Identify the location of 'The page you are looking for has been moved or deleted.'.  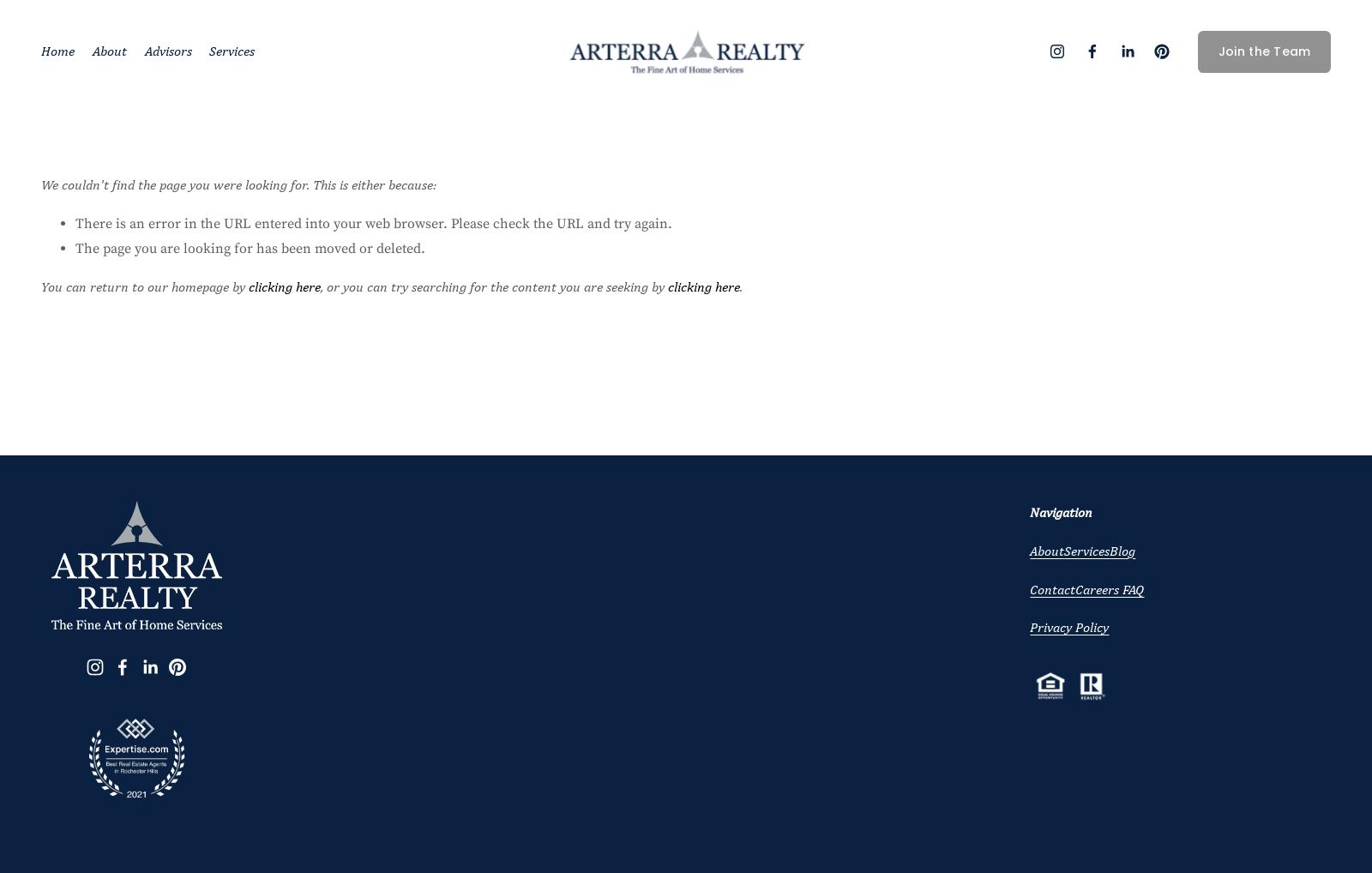
(250, 248).